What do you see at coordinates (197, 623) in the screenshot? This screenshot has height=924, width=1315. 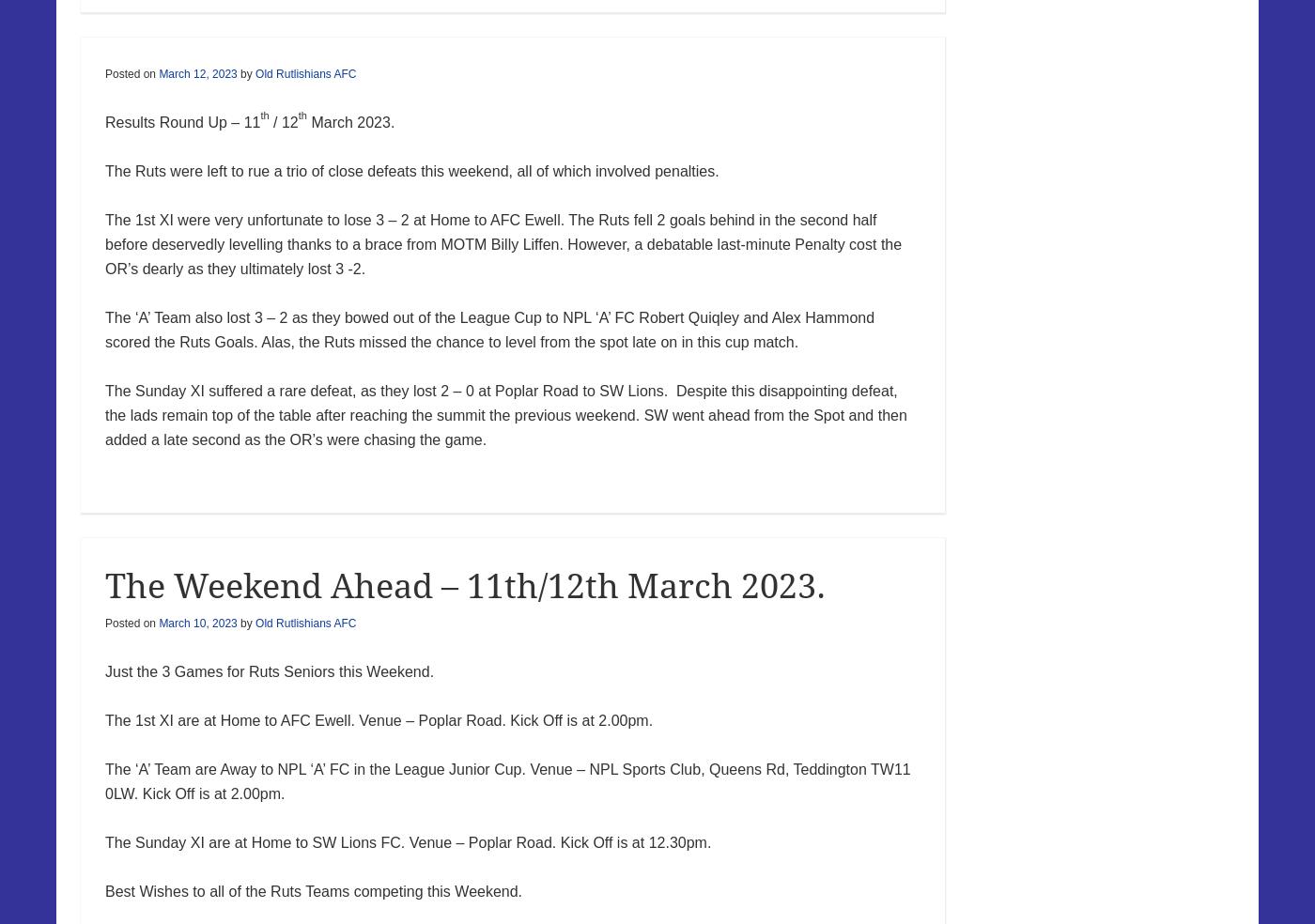 I see `'March 10, 2023'` at bounding box center [197, 623].